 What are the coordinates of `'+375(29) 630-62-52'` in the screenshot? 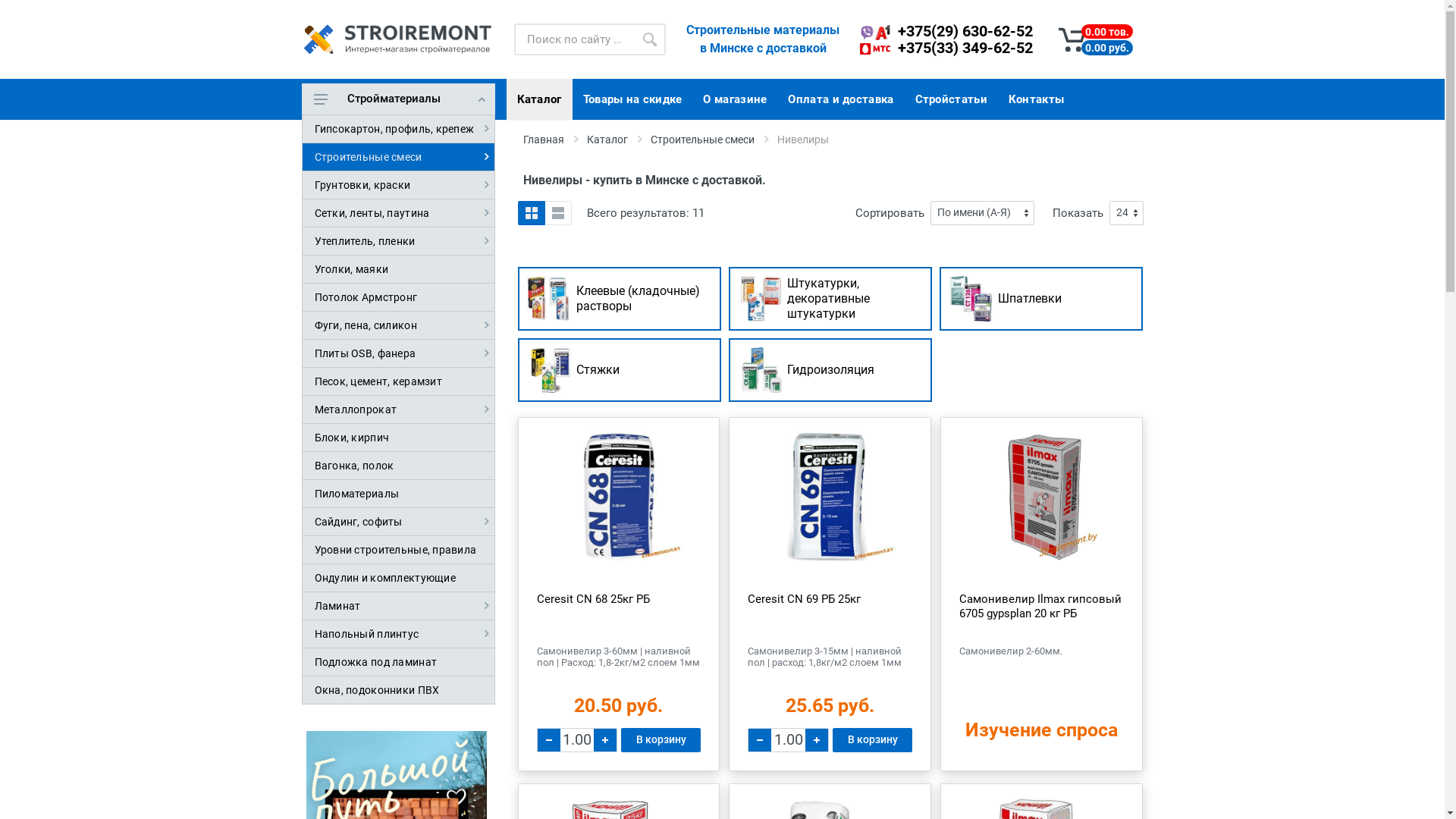 It's located at (964, 31).